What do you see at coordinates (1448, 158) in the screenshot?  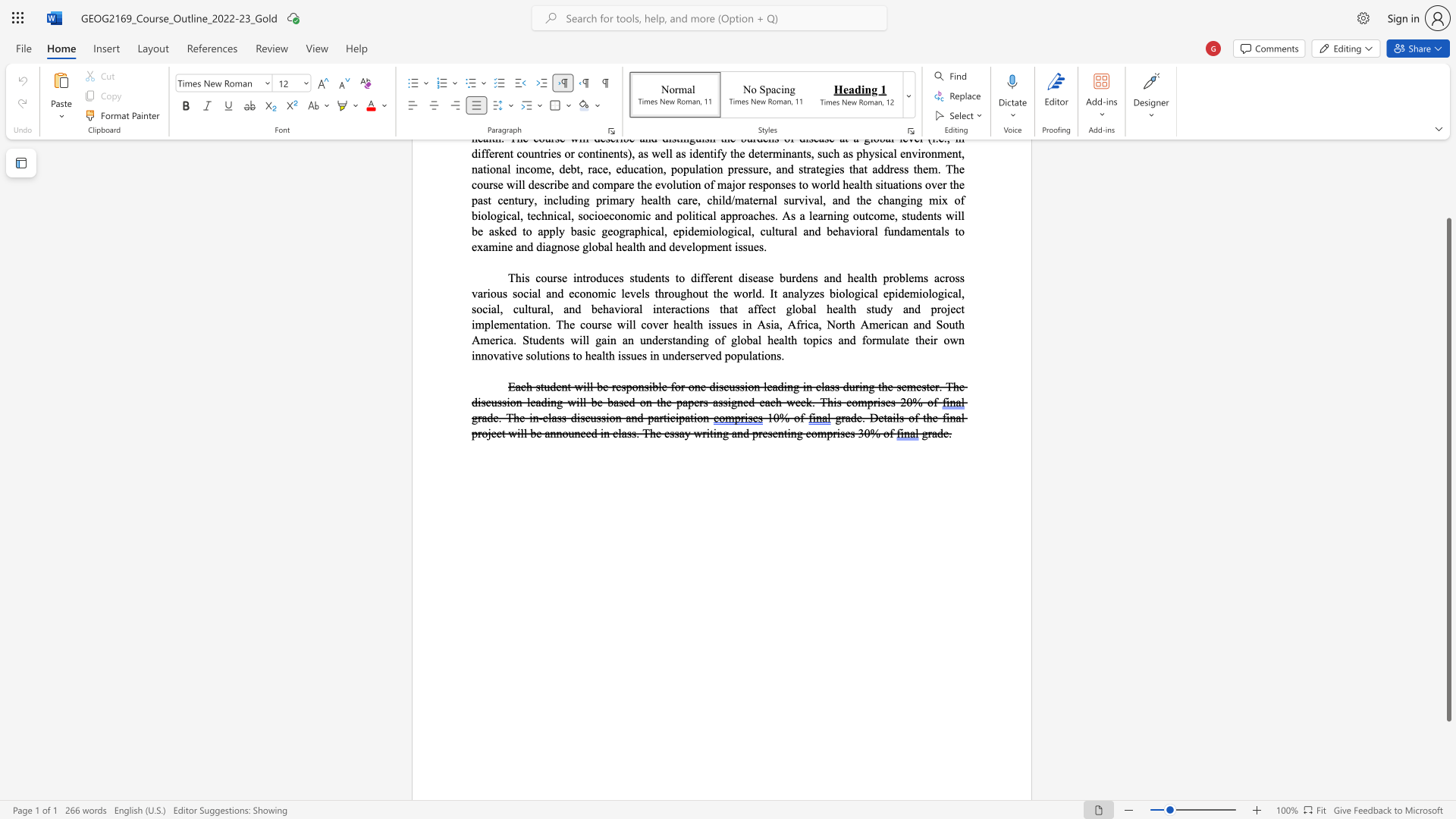 I see `the vertical scrollbar to raise the page content` at bounding box center [1448, 158].